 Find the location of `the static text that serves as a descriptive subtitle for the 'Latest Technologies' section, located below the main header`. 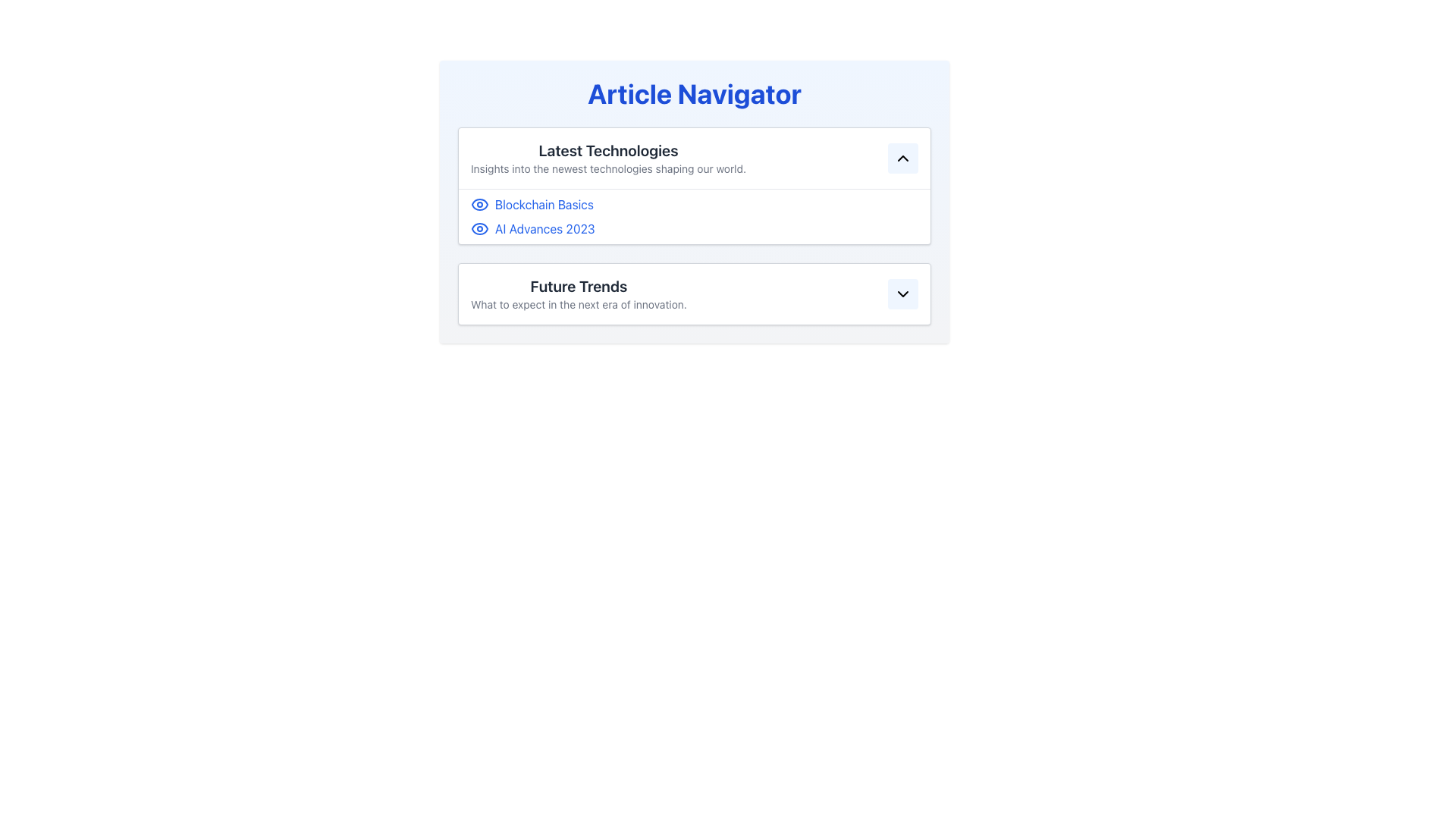

the static text that serves as a descriptive subtitle for the 'Latest Technologies' section, located below the main header is located at coordinates (608, 169).